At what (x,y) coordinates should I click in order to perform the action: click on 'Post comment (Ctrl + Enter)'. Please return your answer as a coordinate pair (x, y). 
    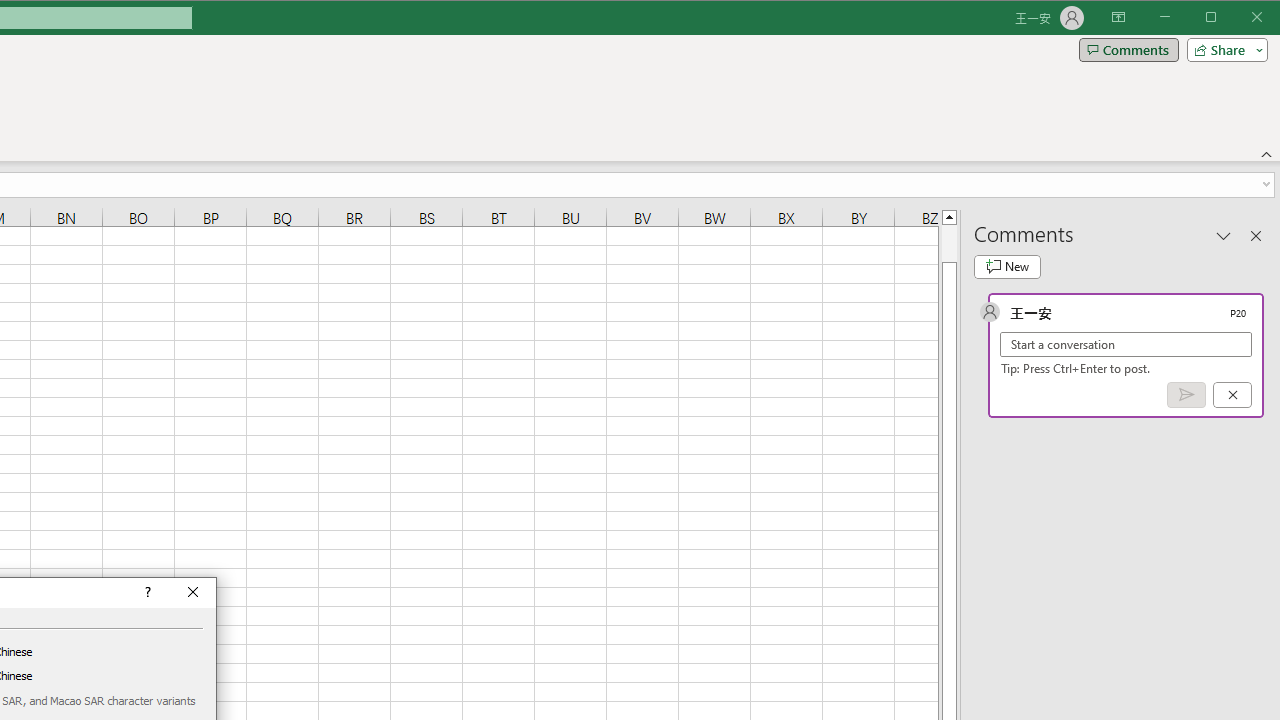
    Looking at the image, I should click on (1186, 395).